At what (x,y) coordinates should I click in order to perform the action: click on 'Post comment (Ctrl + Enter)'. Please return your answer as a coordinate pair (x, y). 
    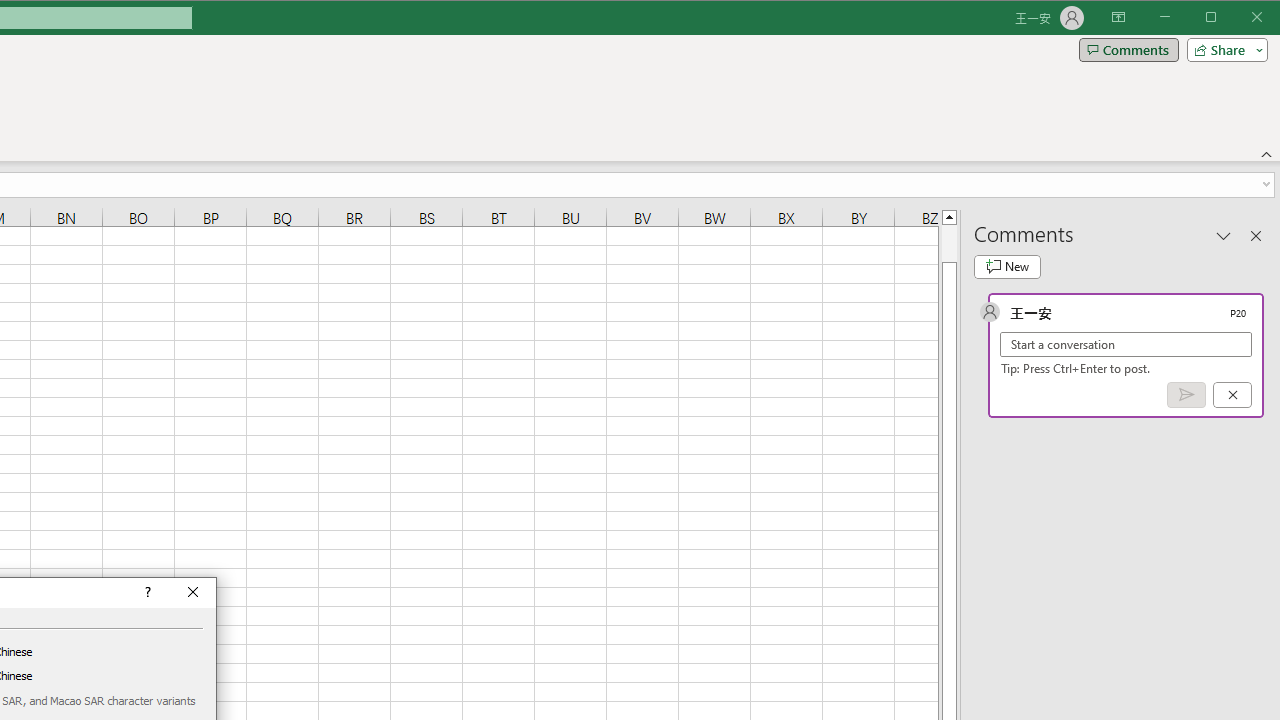
    Looking at the image, I should click on (1186, 395).